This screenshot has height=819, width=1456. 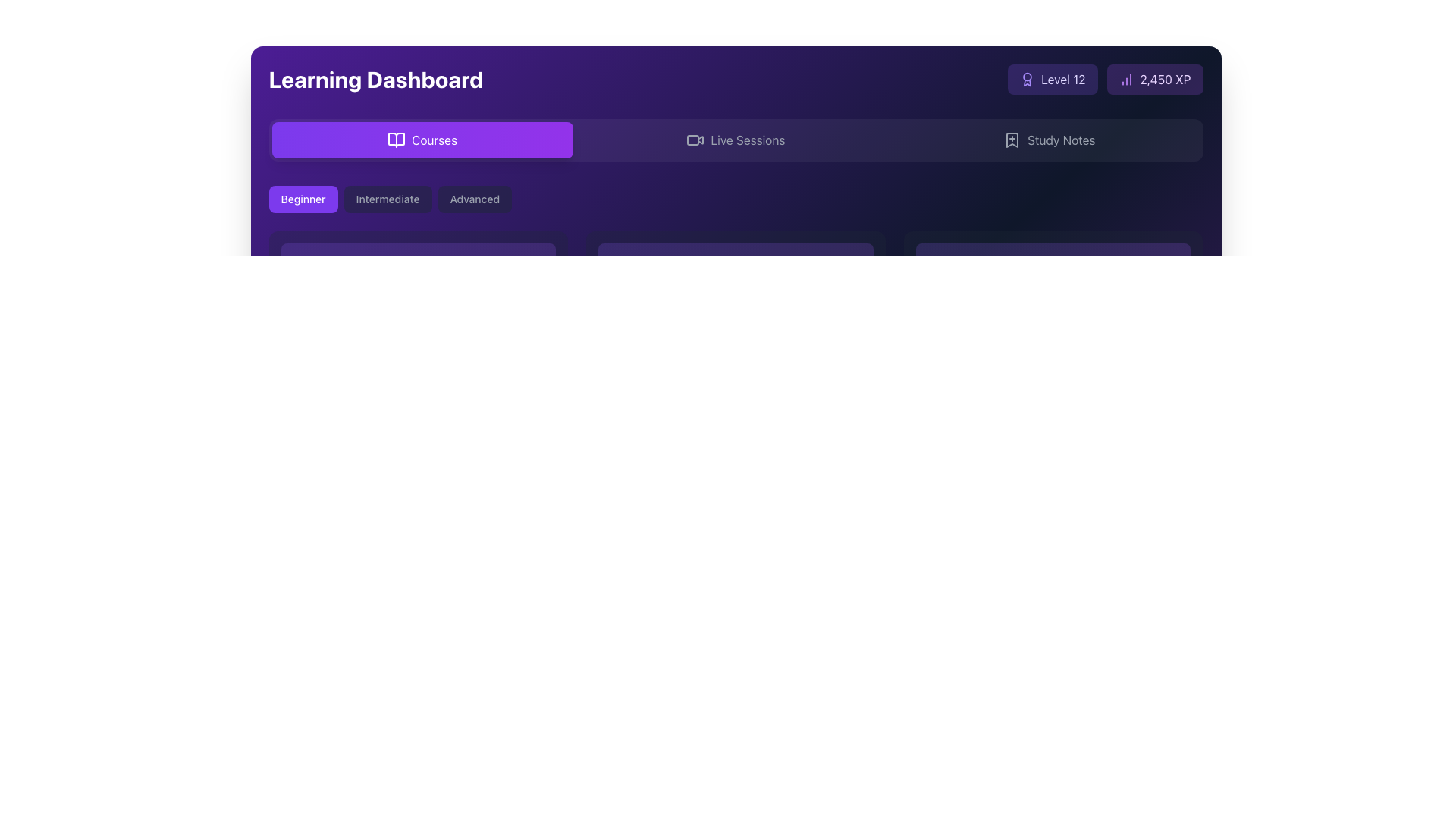 I want to click on the circular shape representing a sub-component of the award icon located at the top-right corner of the interface, just to the left of the 'Level 12' label, so click(x=1028, y=77).